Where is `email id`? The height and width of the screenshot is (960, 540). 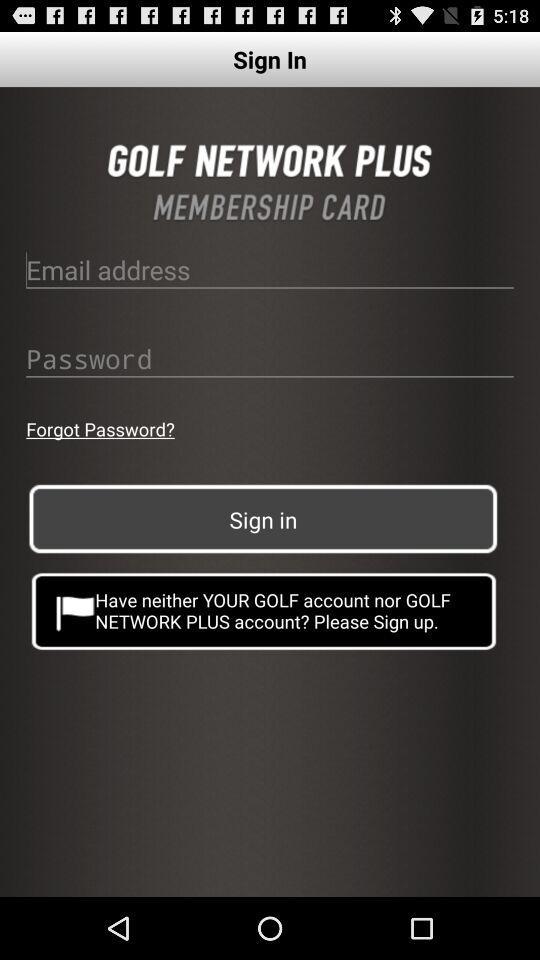 email id is located at coordinates (270, 268).